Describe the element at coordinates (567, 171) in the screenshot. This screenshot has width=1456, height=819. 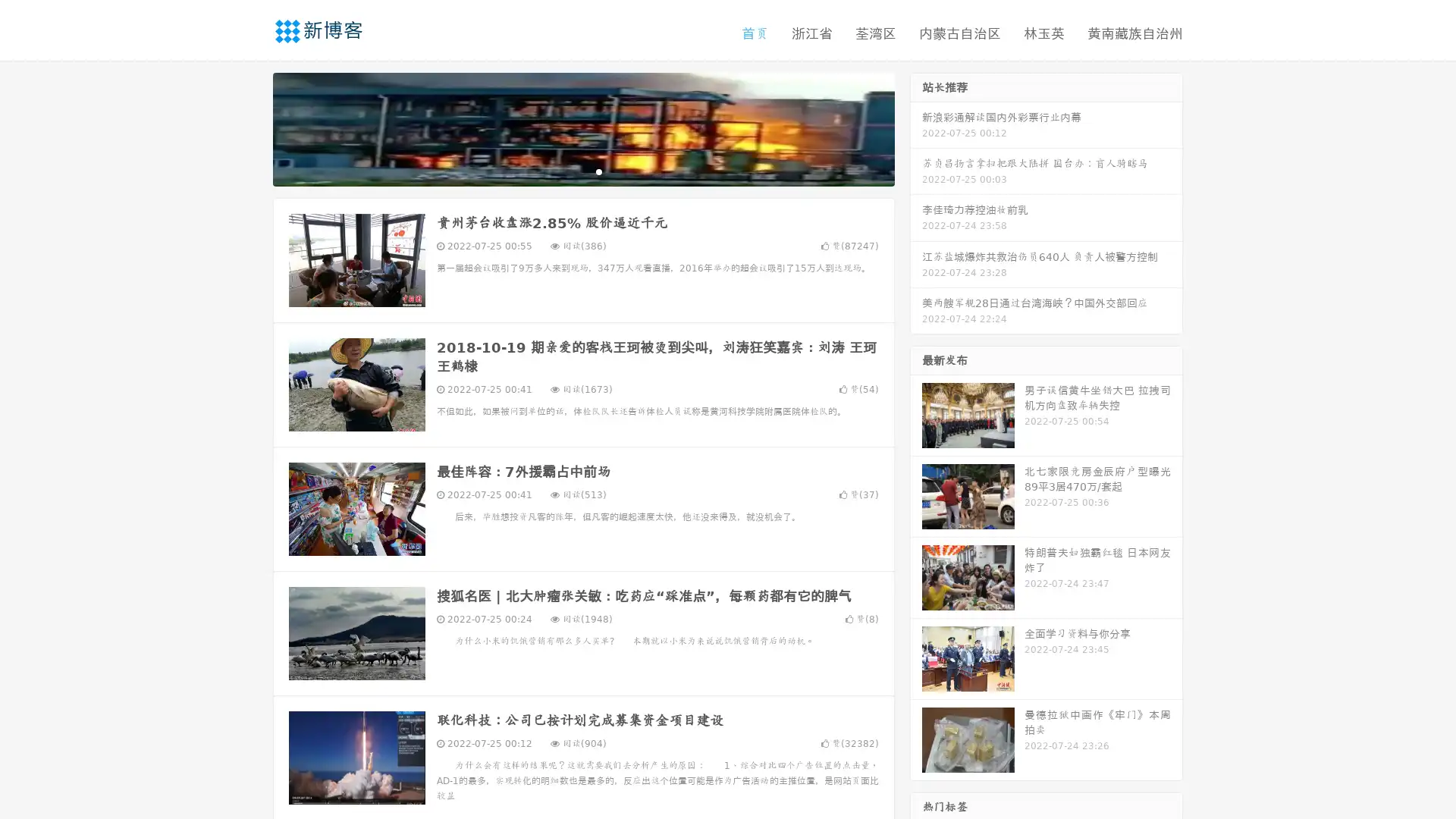
I see `Go to slide 1` at that location.